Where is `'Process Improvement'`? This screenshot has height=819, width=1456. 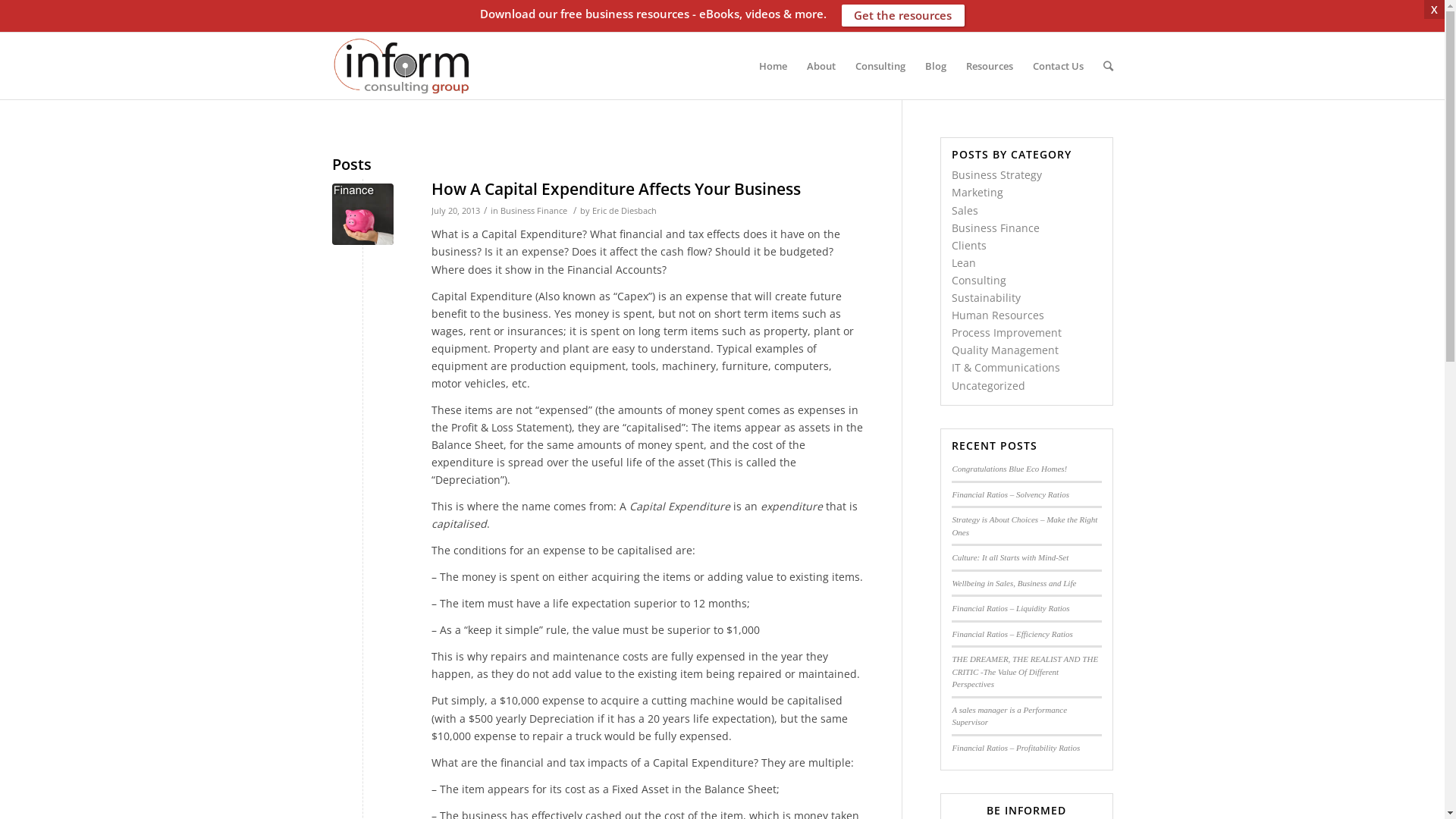 'Process Improvement' is located at coordinates (1006, 331).